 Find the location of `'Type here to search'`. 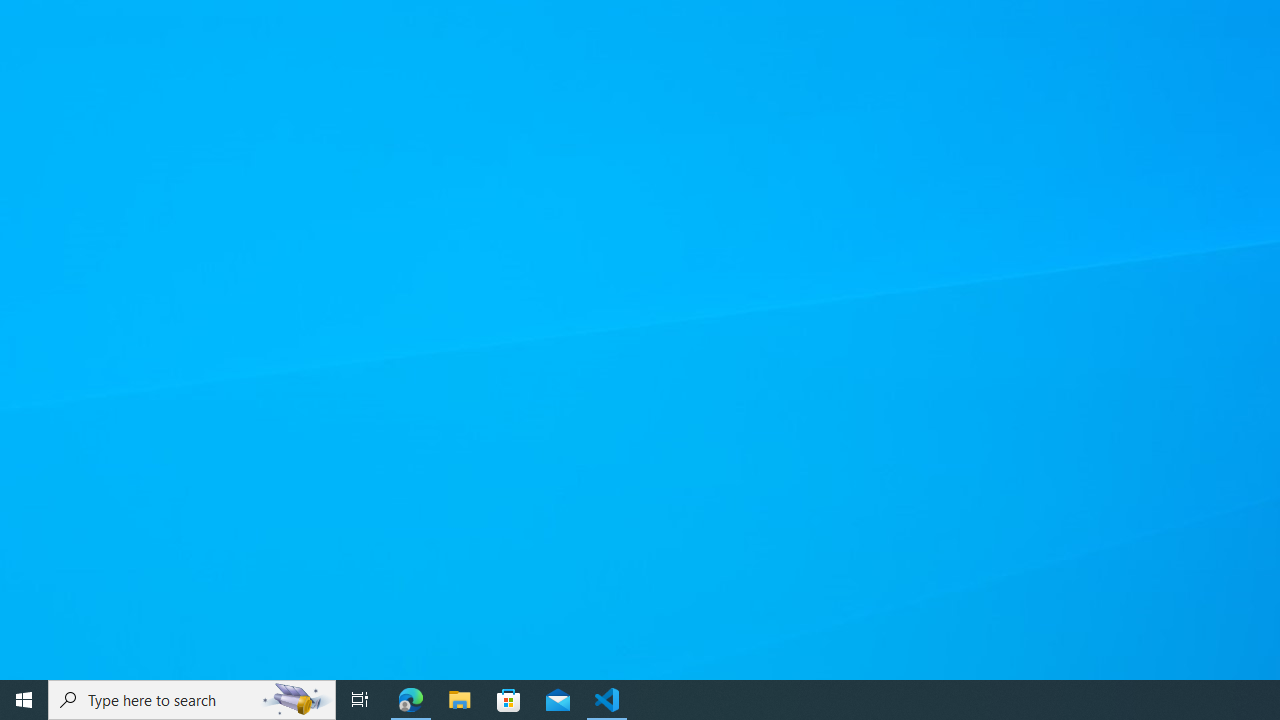

'Type here to search' is located at coordinates (192, 698).